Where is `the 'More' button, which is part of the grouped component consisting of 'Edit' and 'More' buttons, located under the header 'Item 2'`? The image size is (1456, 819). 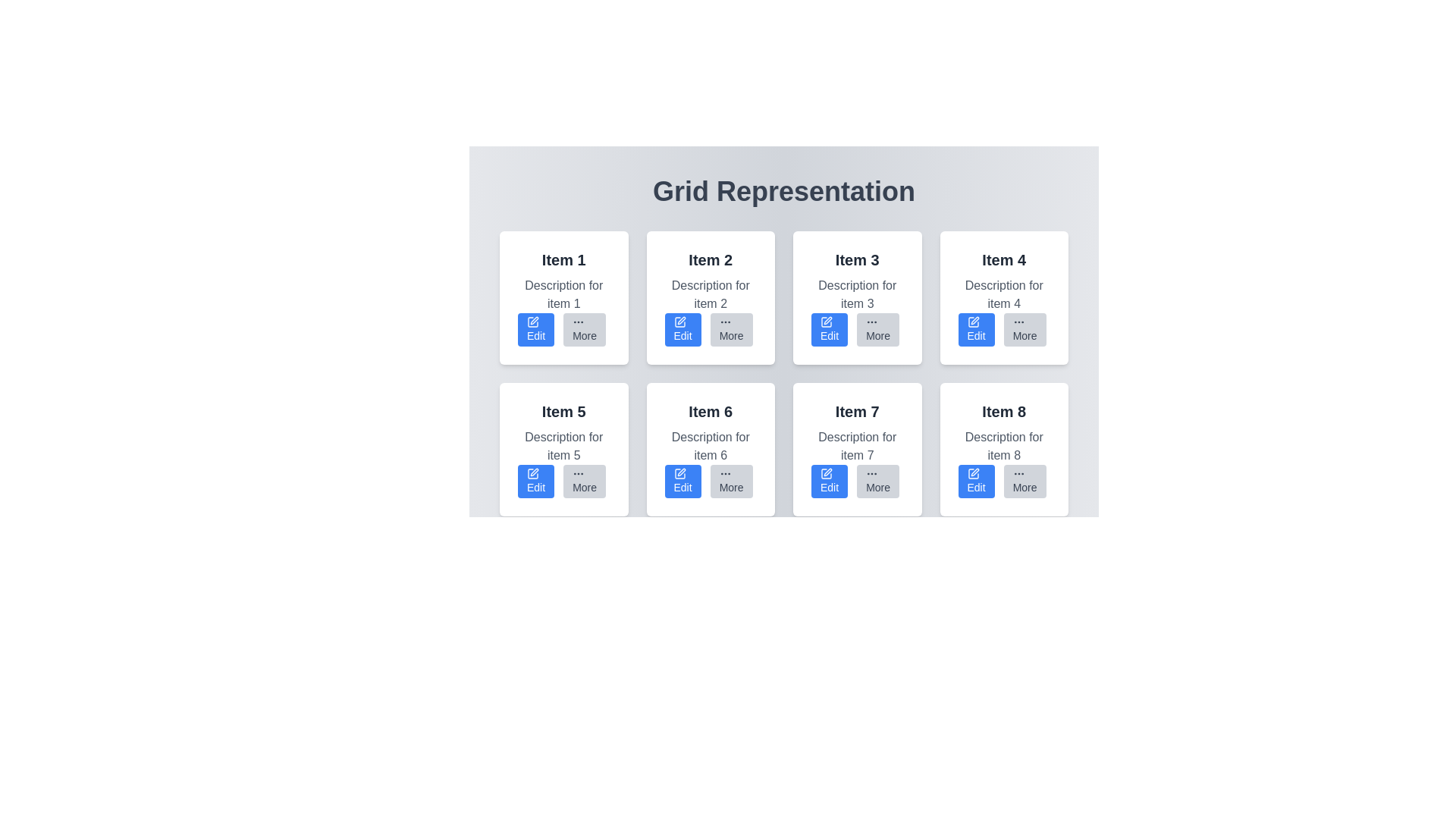 the 'More' button, which is part of the grouped component consisting of 'Edit' and 'More' buttons, located under the header 'Item 2' is located at coordinates (710, 329).